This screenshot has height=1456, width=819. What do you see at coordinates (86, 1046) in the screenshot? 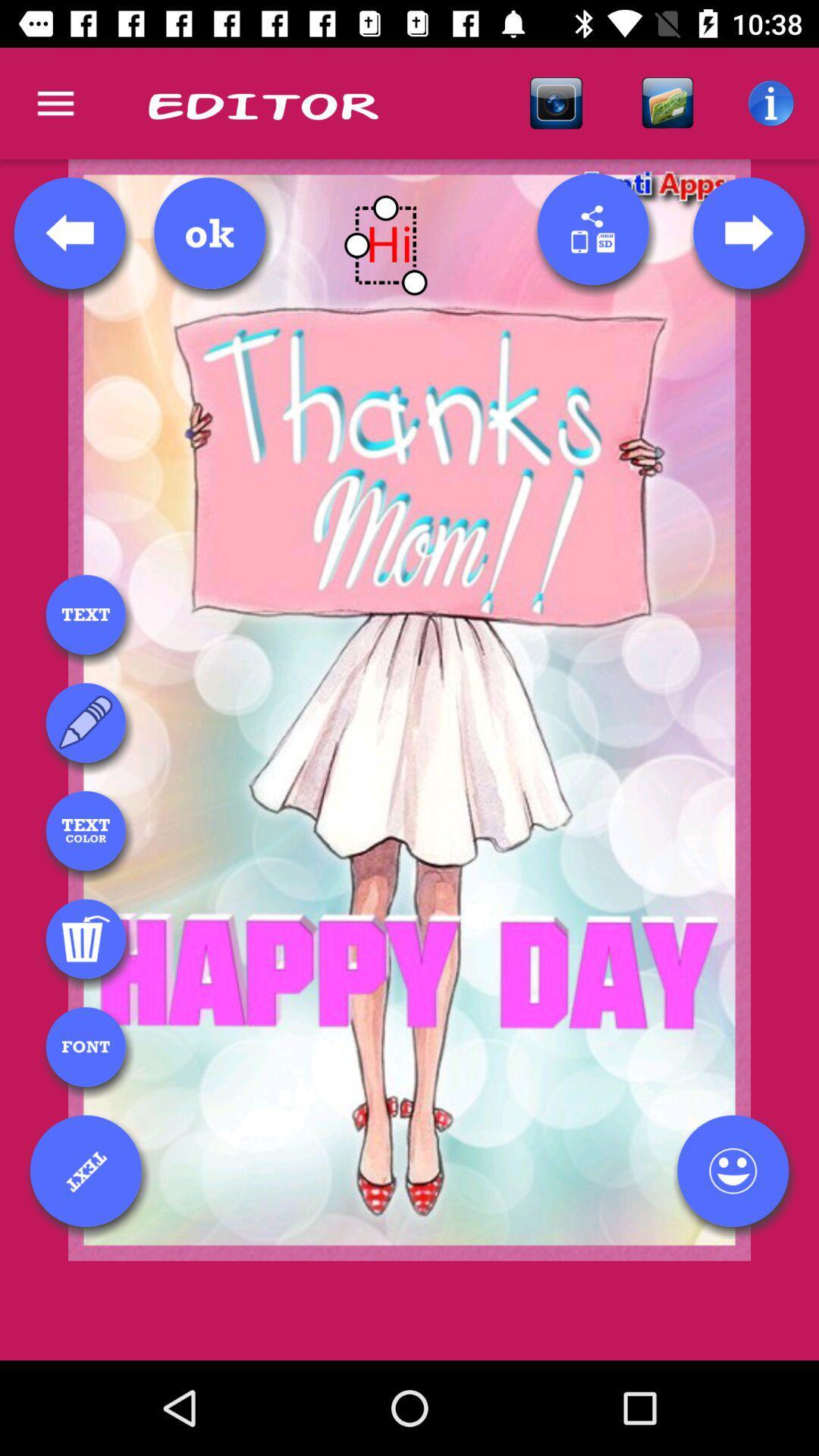
I see `change font` at bounding box center [86, 1046].